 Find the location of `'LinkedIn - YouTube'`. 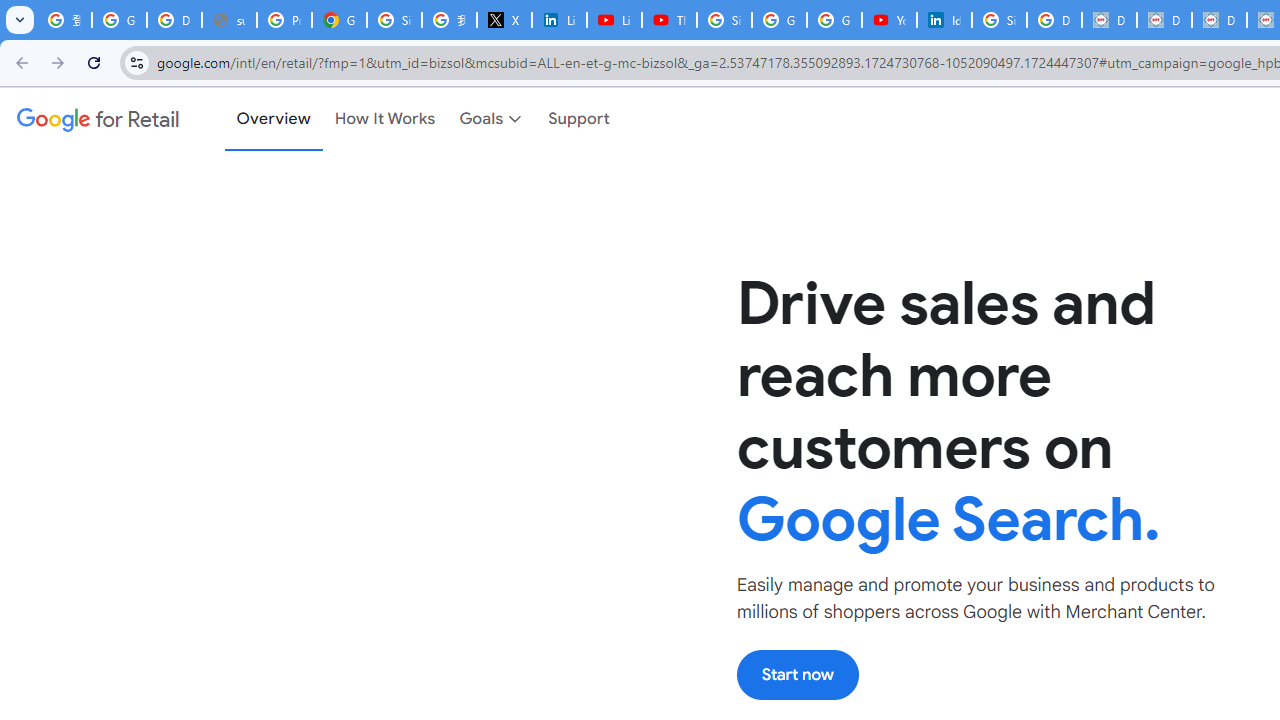

'LinkedIn - YouTube' is located at coordinates (614, 20).